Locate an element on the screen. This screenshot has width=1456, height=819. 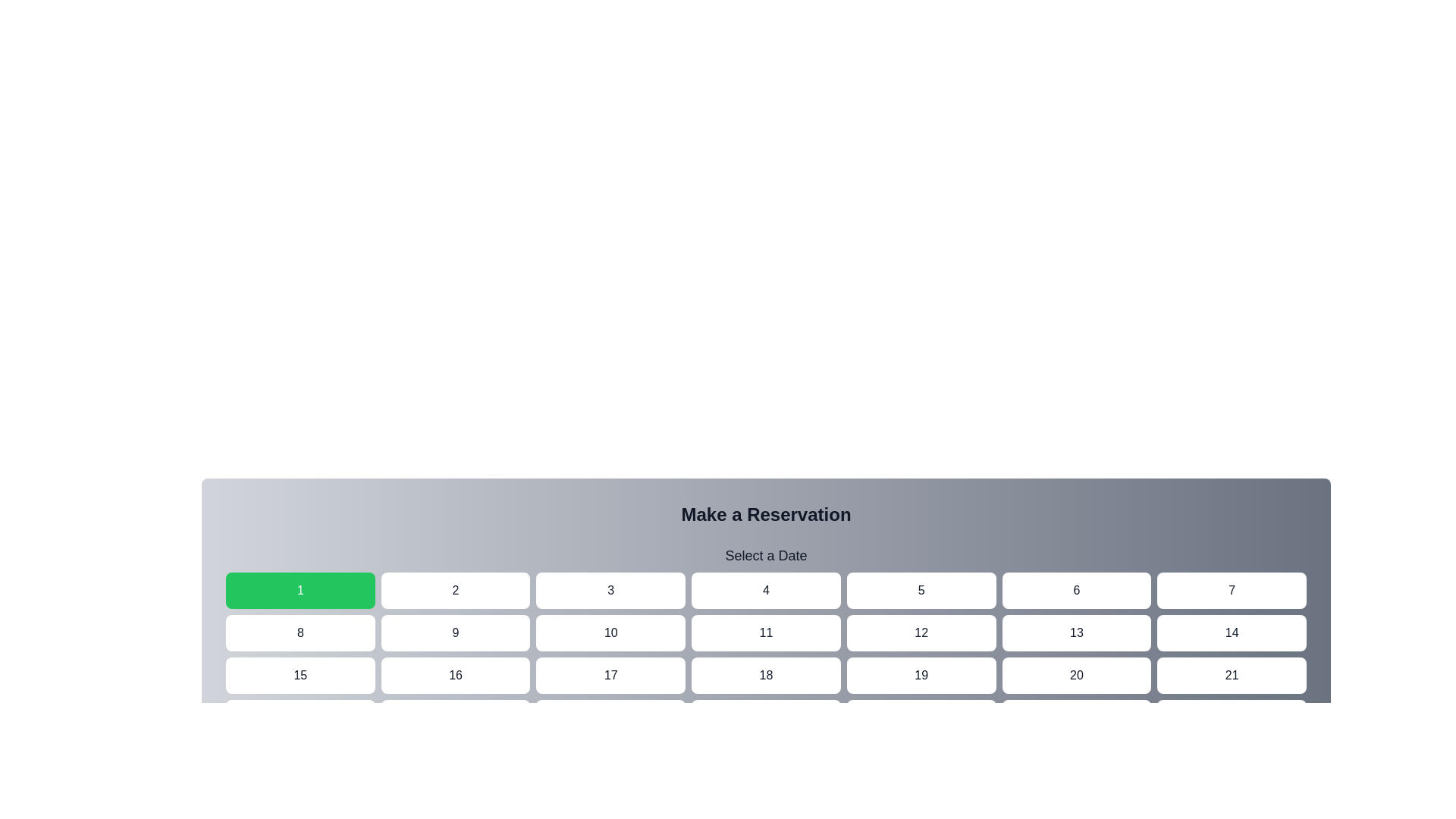
the button displaying the number '15' centered in black text, located in the first column of the third row in a 7-column grid layout is located at coordinates (300, 675).